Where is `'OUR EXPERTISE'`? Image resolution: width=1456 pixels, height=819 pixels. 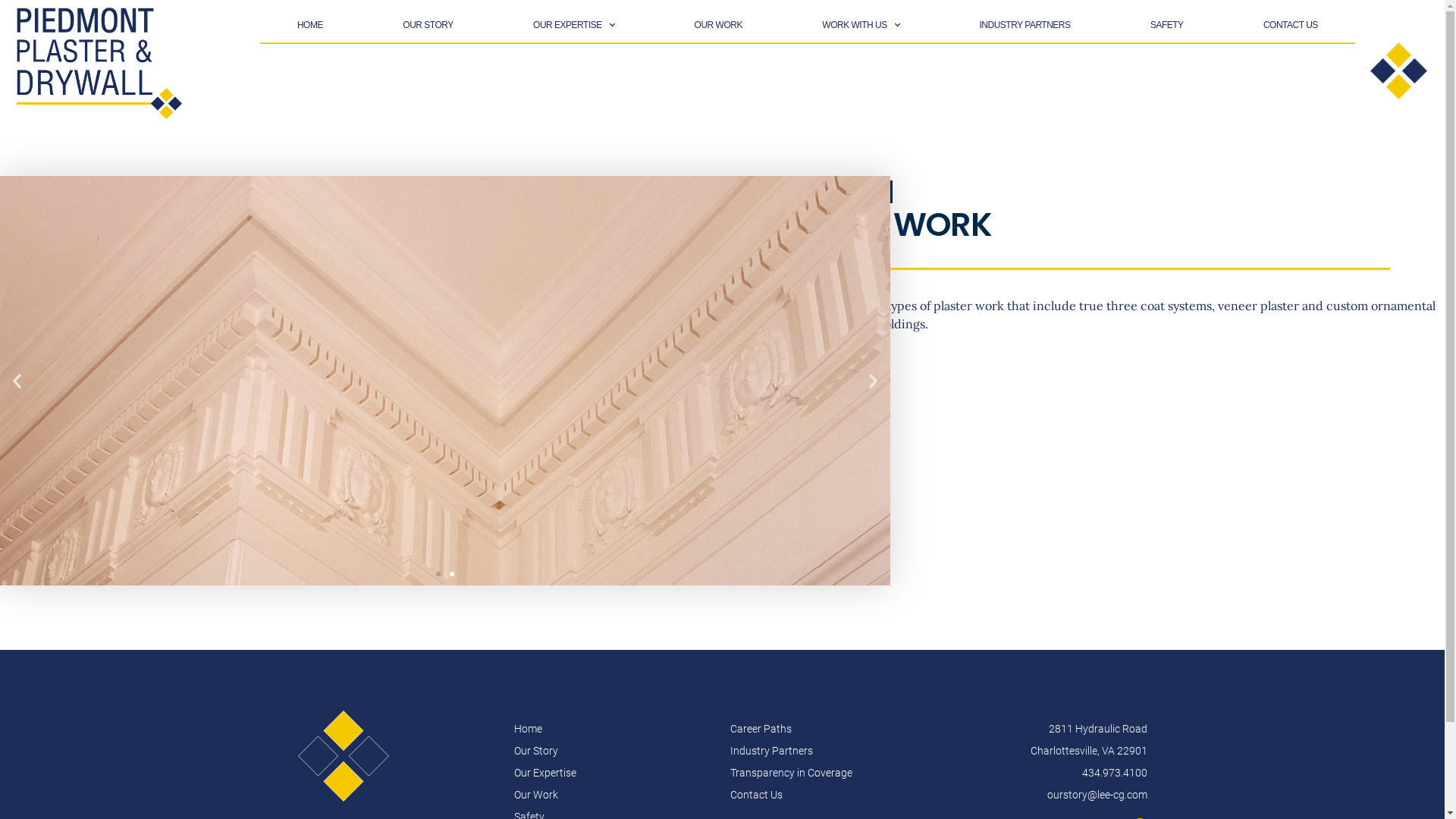
'OUR EXPERTISE' is located at coordinates (573, 25).